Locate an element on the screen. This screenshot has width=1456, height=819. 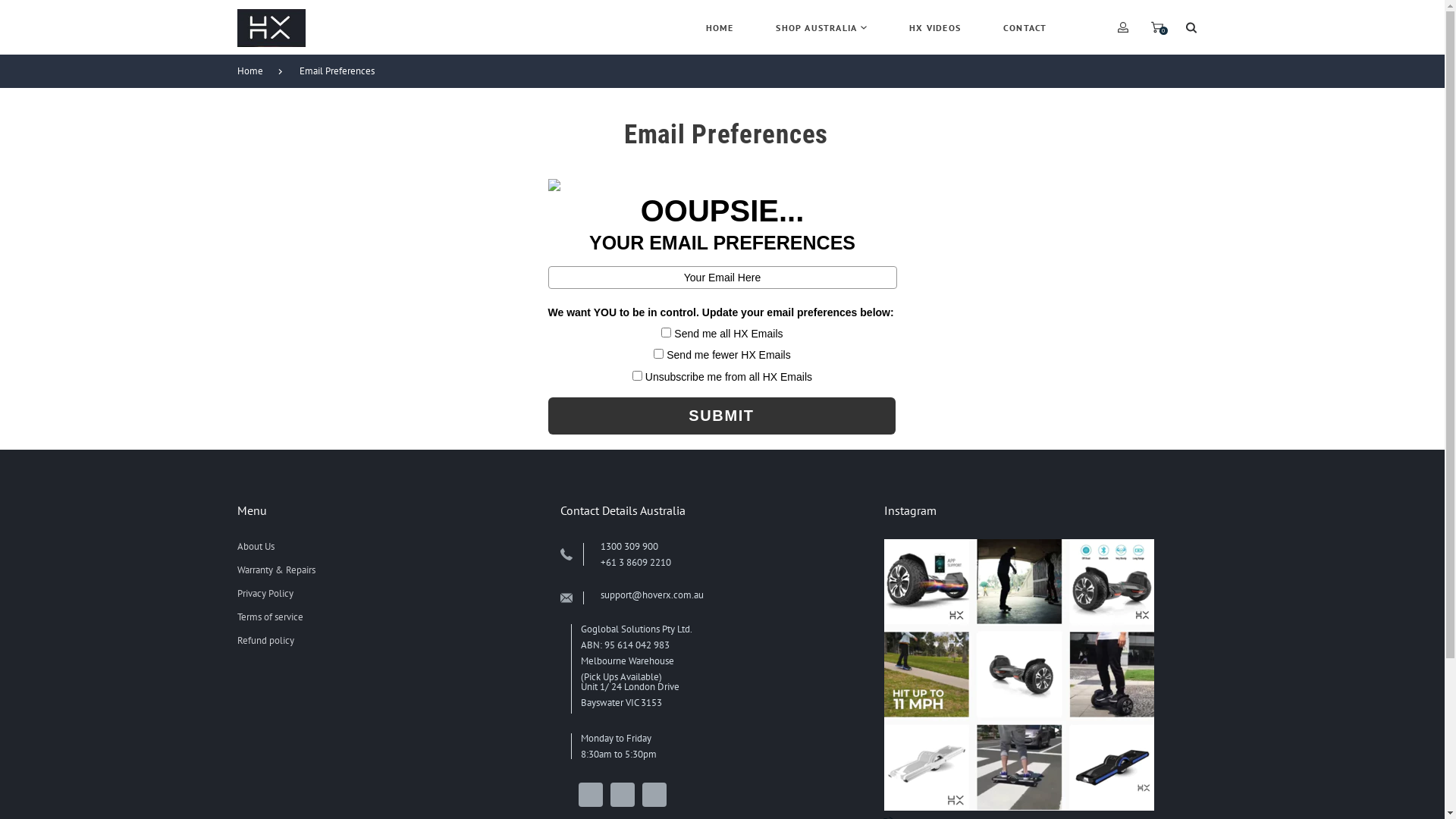
'Terms of service' is located at coordinates (269, 617).